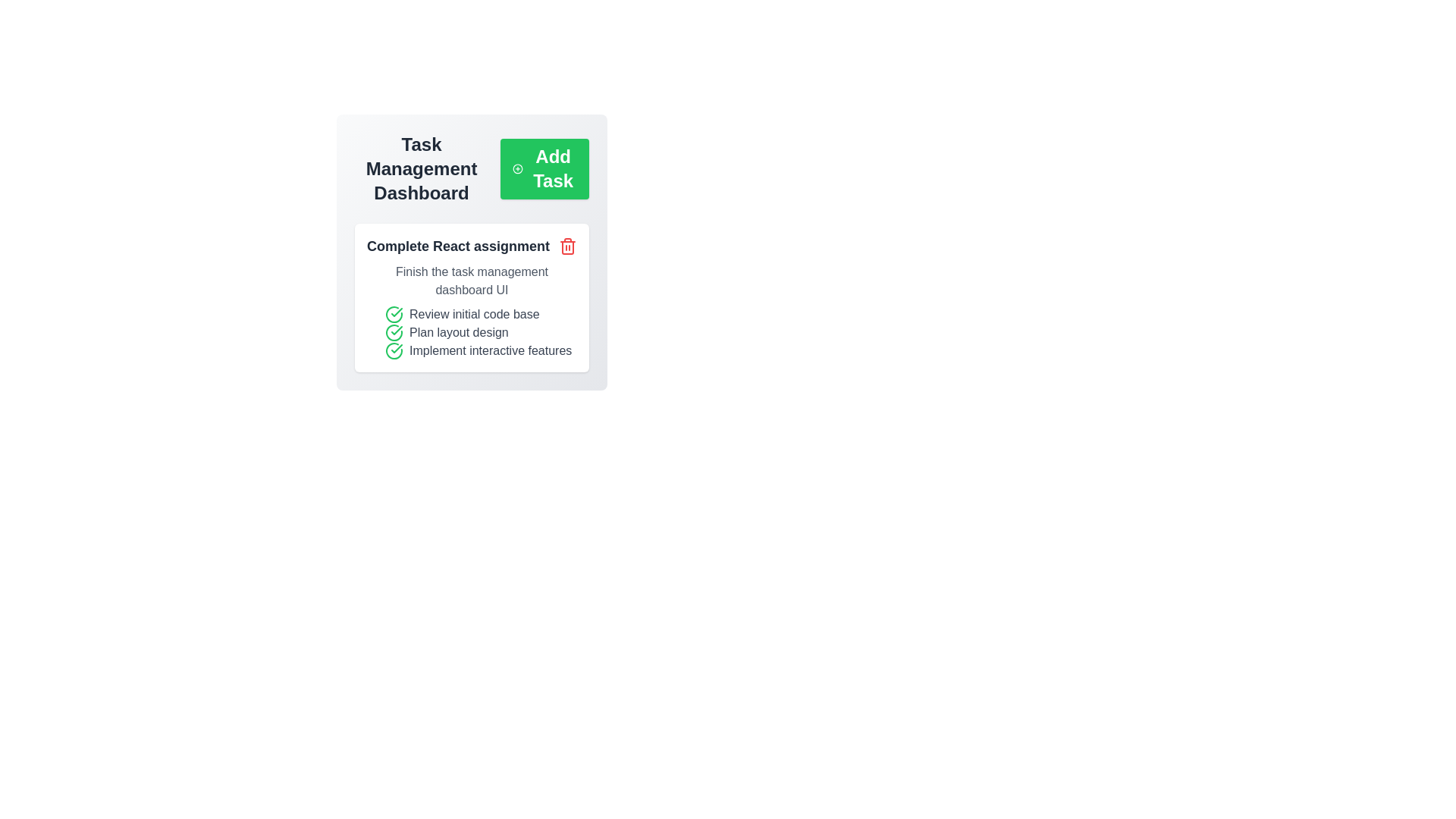 The width and height of the screenshot is (1456, 819). What do you see at coordinates (471, 169) in the screenshot?
I see `the Header with the text 'Task Management Dashboard' and the green 'Add Task' button` at bounding box center [471, 169].